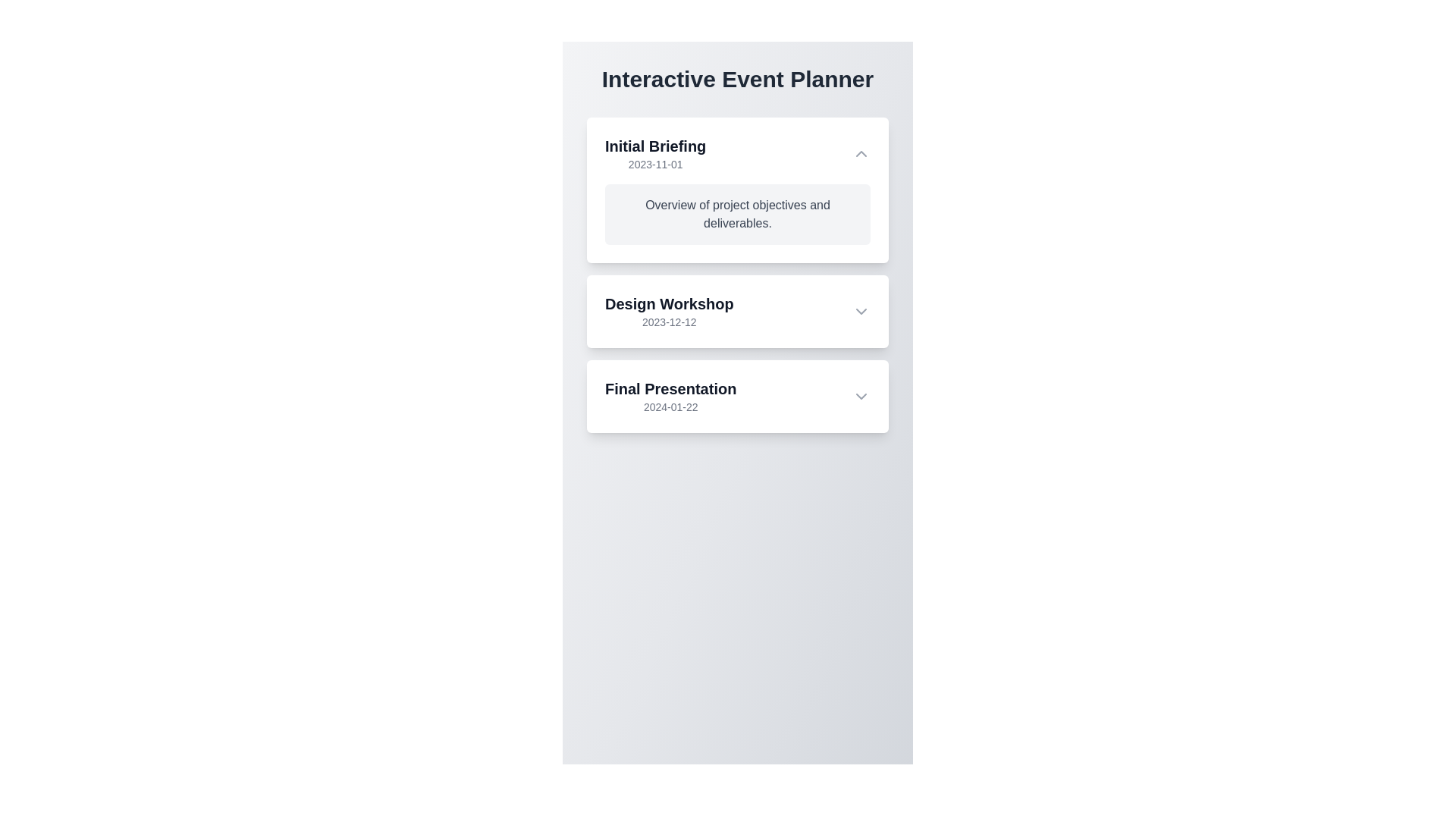  What do you see at coordinates (861, 311) in the screenshot?
I see `the dropdown toggle or expander button located in the top-right corner of the 'Design Workshop' card` at bounding box center [861, 311].